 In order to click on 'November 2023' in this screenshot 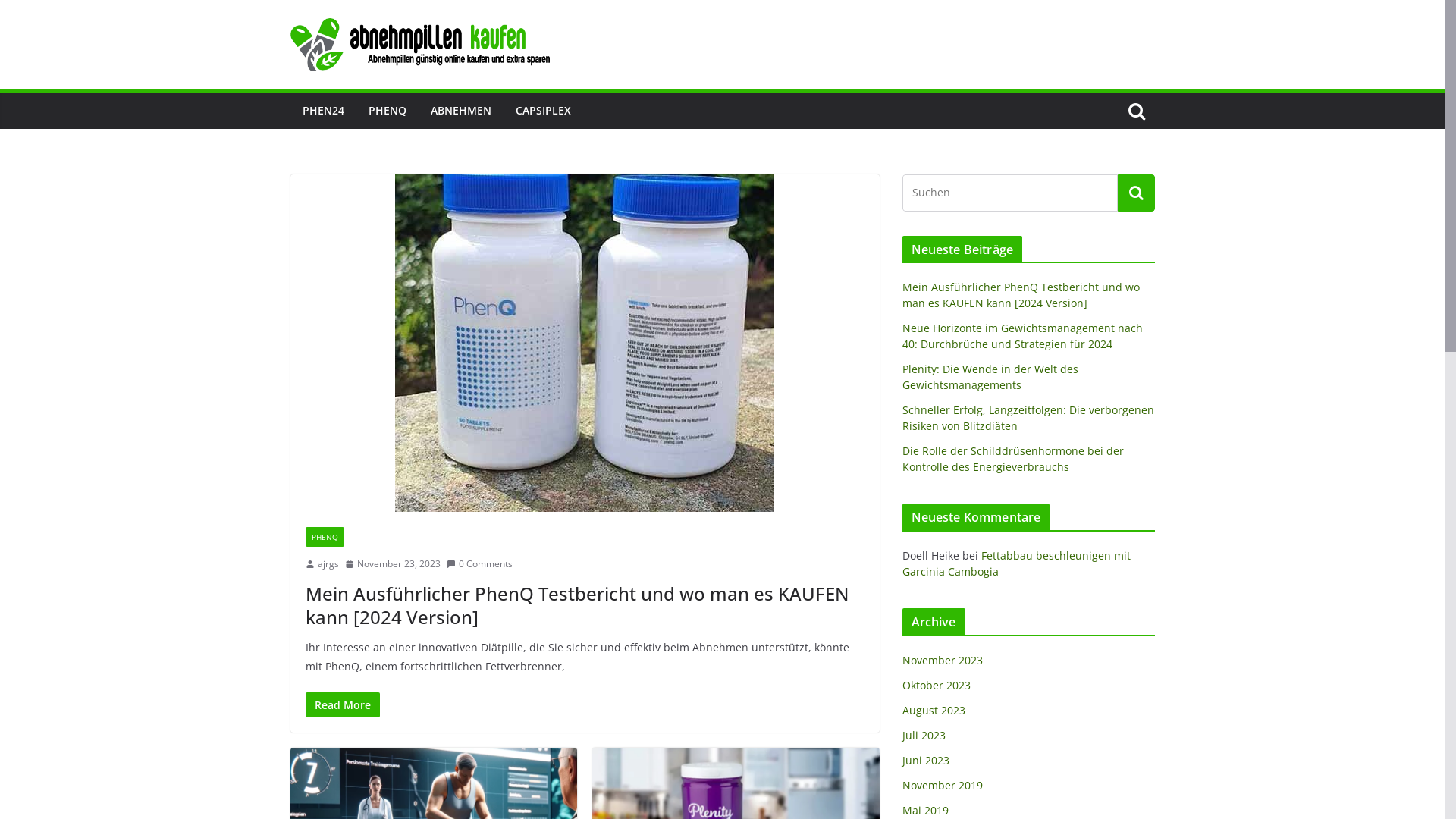, I will do `click(942, 659)`.